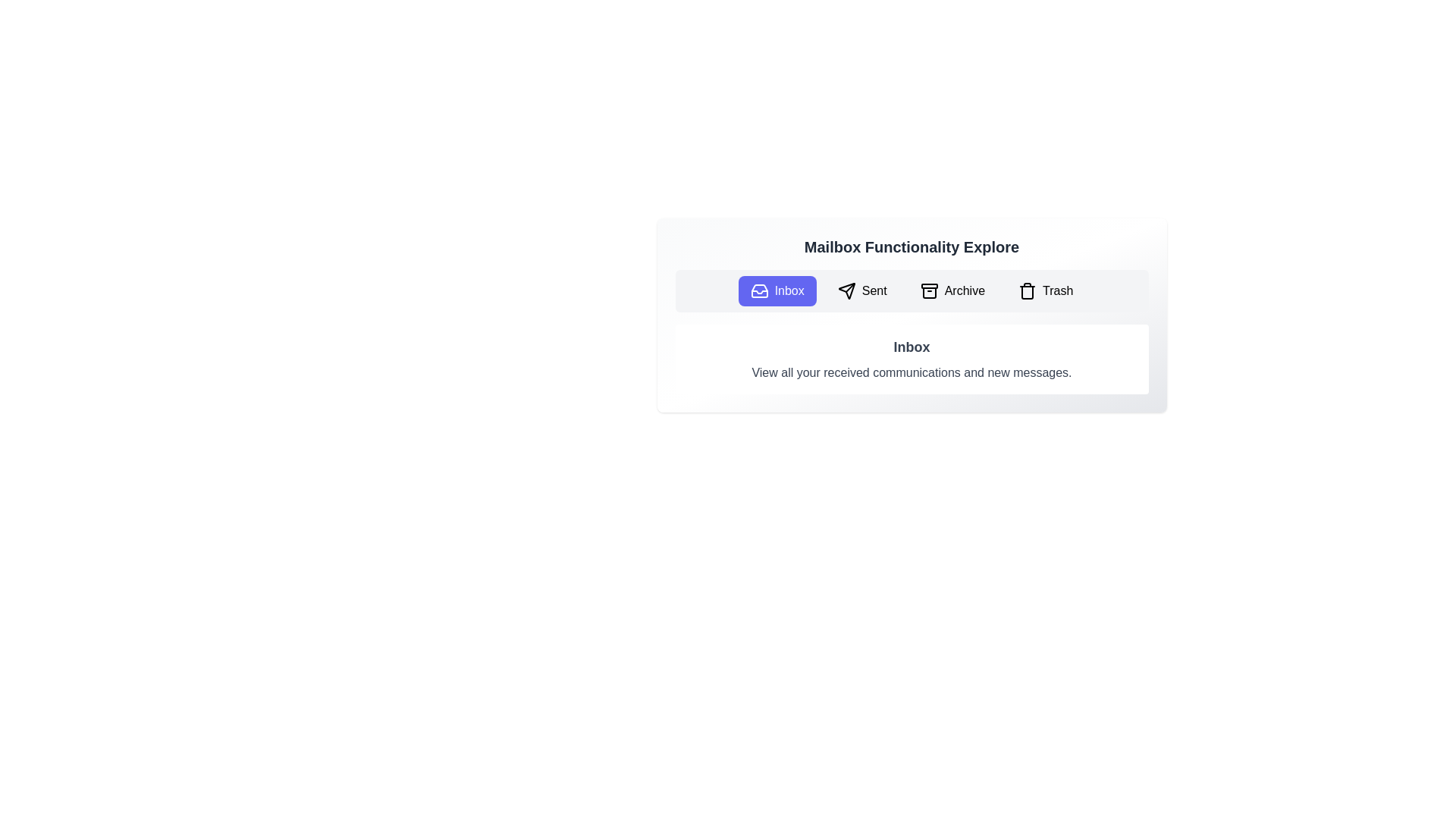  Describe the element at coordinates (862, 291) in the screenshot. I see `the Sent tab to switch to its content` at that location.